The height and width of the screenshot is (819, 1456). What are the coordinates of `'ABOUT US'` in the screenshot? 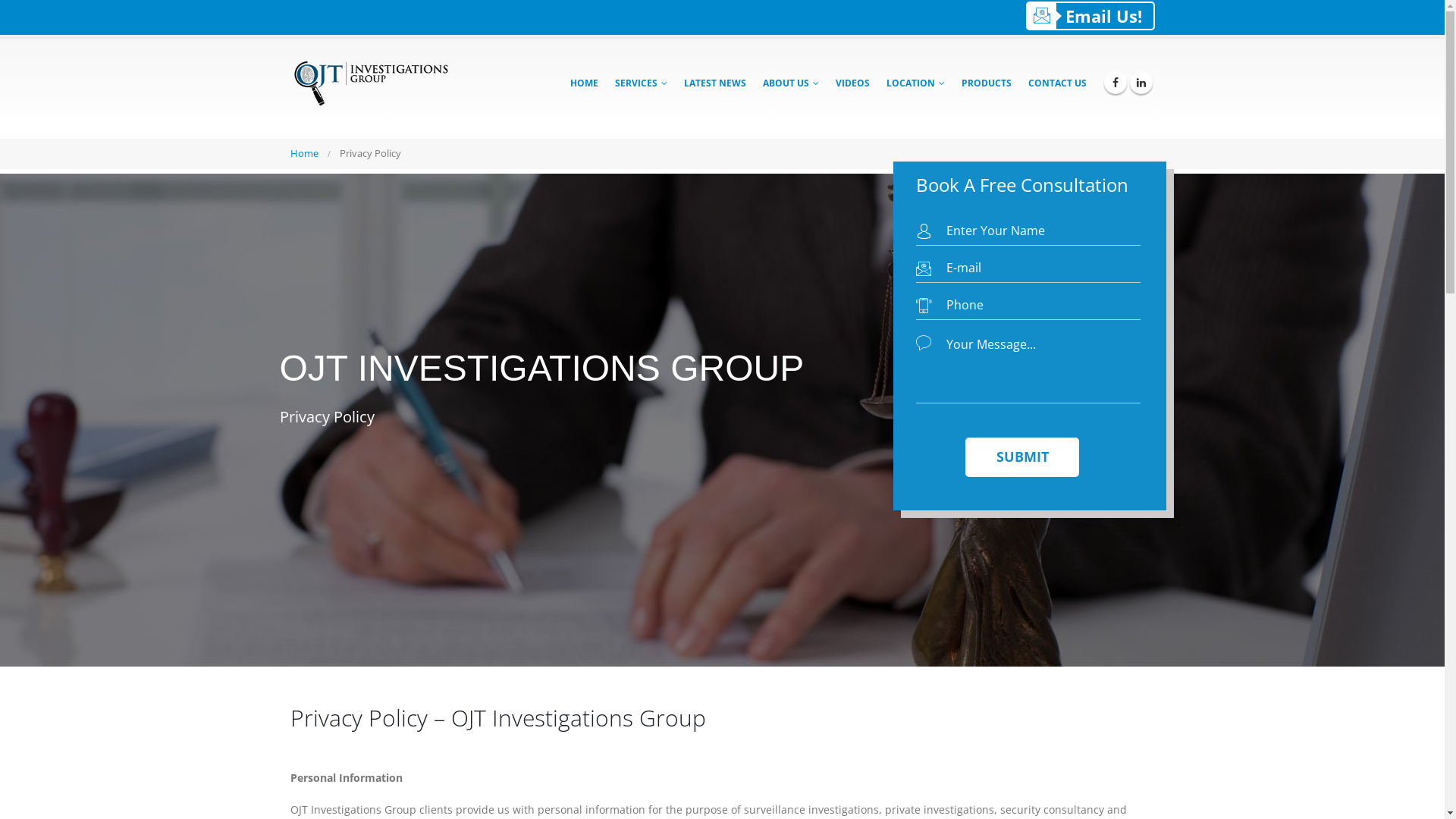 It's located at (789, 83).